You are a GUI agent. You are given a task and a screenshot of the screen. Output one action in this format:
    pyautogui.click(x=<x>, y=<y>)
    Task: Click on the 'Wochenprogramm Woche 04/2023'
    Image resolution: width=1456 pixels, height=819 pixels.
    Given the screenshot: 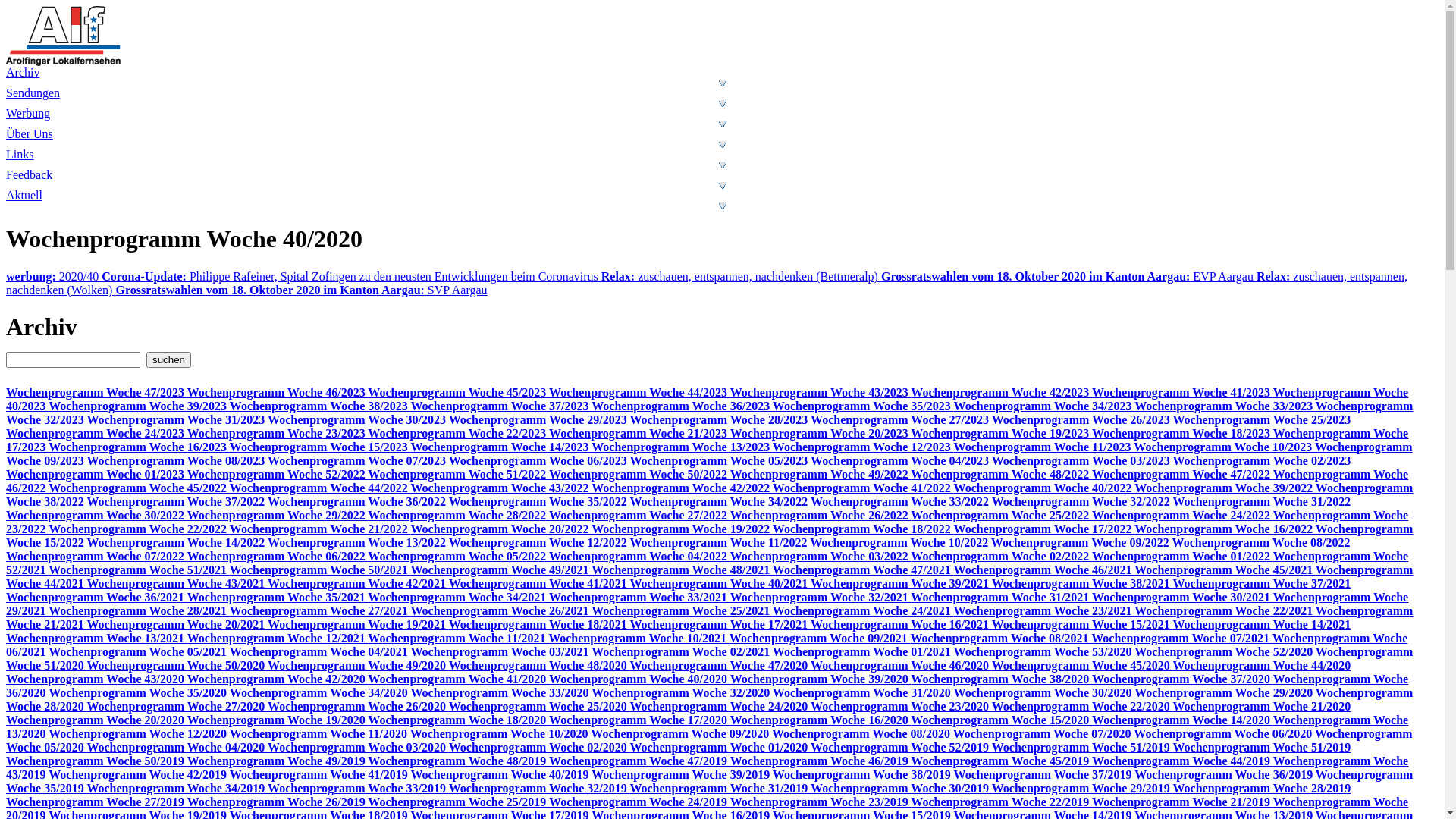 What is the action you would take?
    pyautogui.click(x=901, y=460)
    